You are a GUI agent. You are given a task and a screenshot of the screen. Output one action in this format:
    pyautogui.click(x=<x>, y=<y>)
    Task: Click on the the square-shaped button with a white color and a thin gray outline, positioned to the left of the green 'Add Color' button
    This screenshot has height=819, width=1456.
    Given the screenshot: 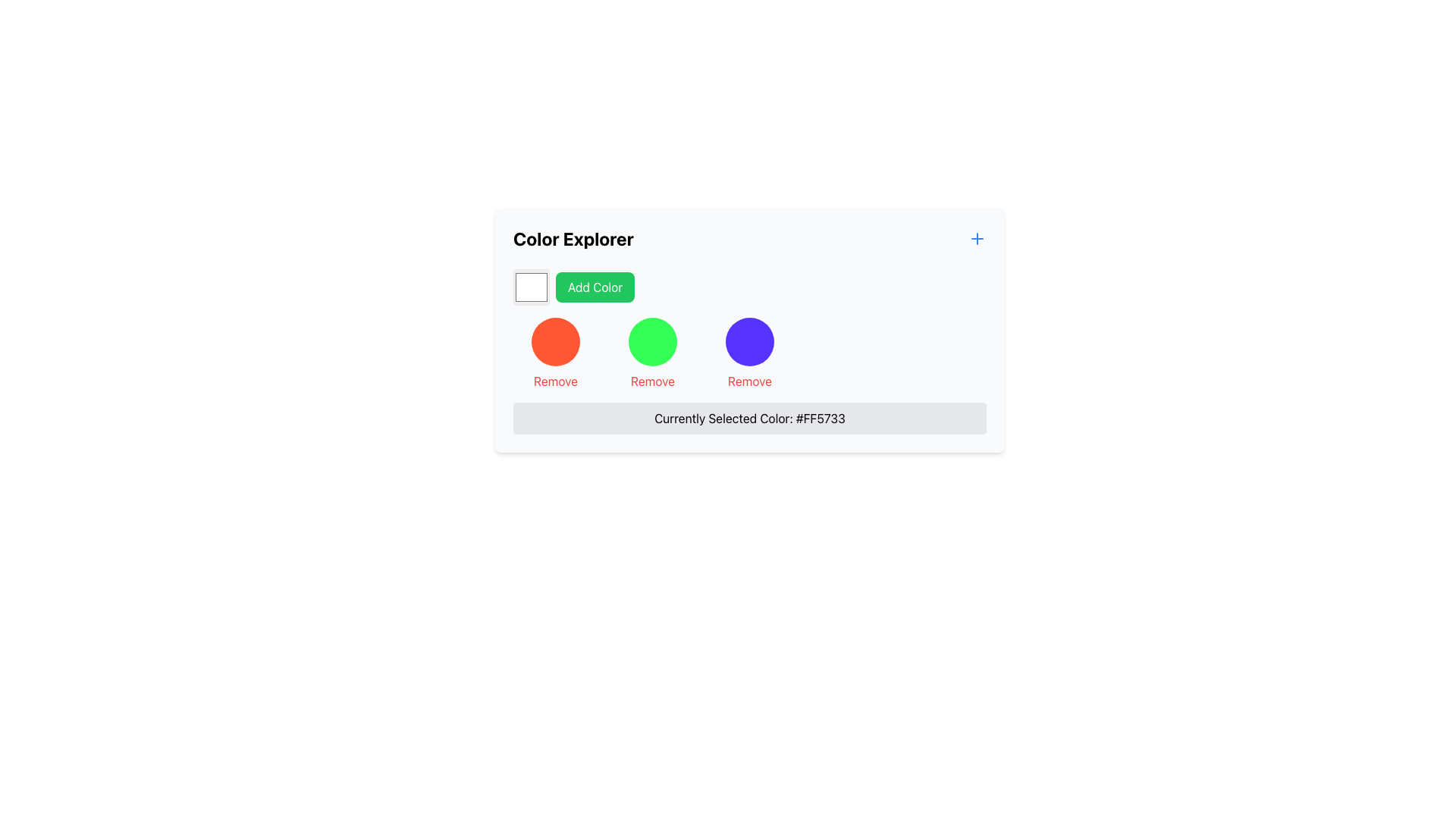 What is the action you would take?
    pyautogui.click(x=531, y=287)
    